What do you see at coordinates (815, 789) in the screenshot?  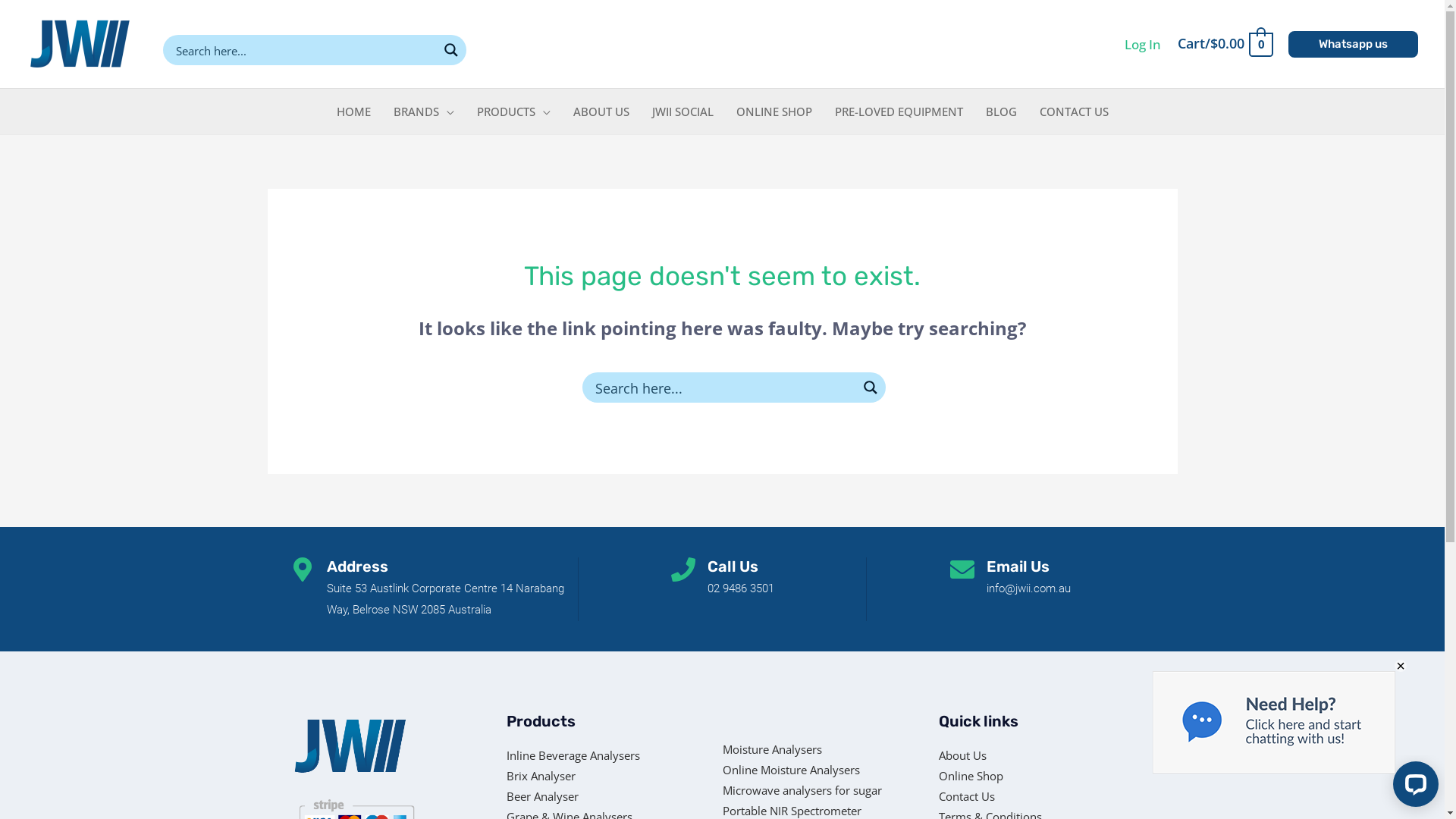 I see `'Microwave analysers for sugar'` at bounding box center [815, 789].